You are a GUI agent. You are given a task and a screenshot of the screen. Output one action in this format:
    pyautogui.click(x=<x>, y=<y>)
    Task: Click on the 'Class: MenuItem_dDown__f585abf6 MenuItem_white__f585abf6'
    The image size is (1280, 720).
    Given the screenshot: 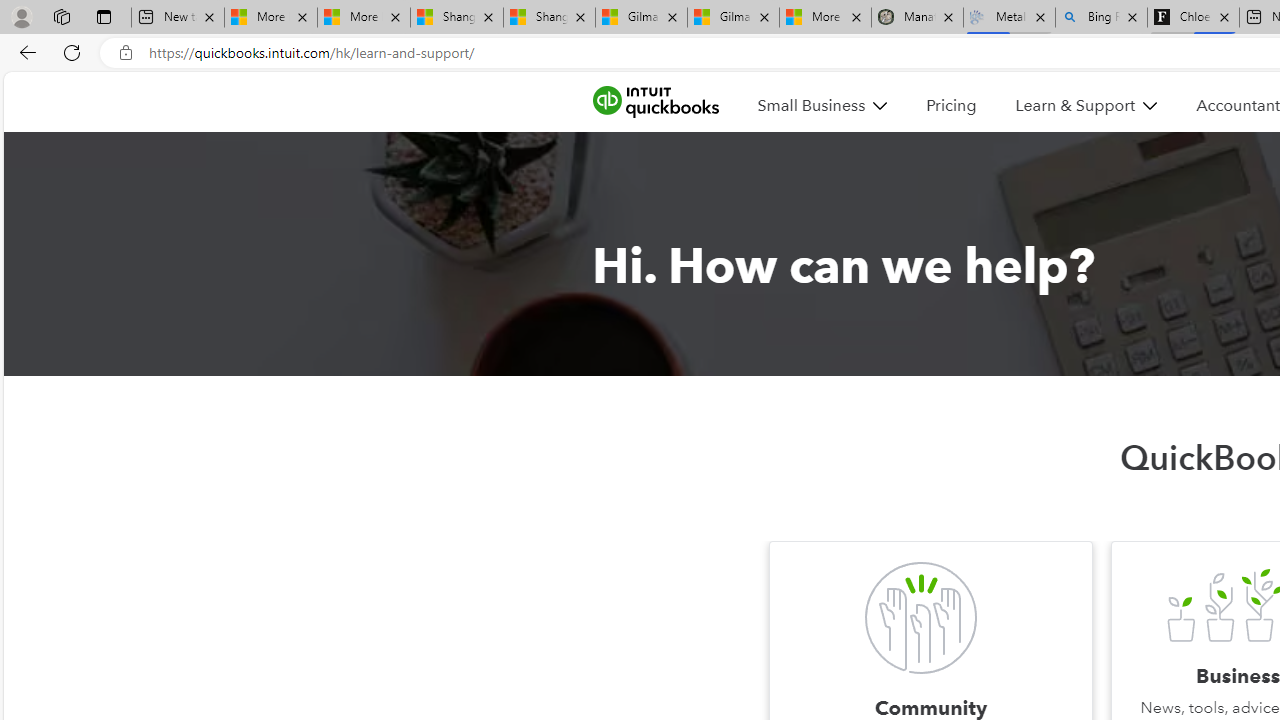 What is the action you would take?
    pyautogui.click(x=1150, y=106)
    